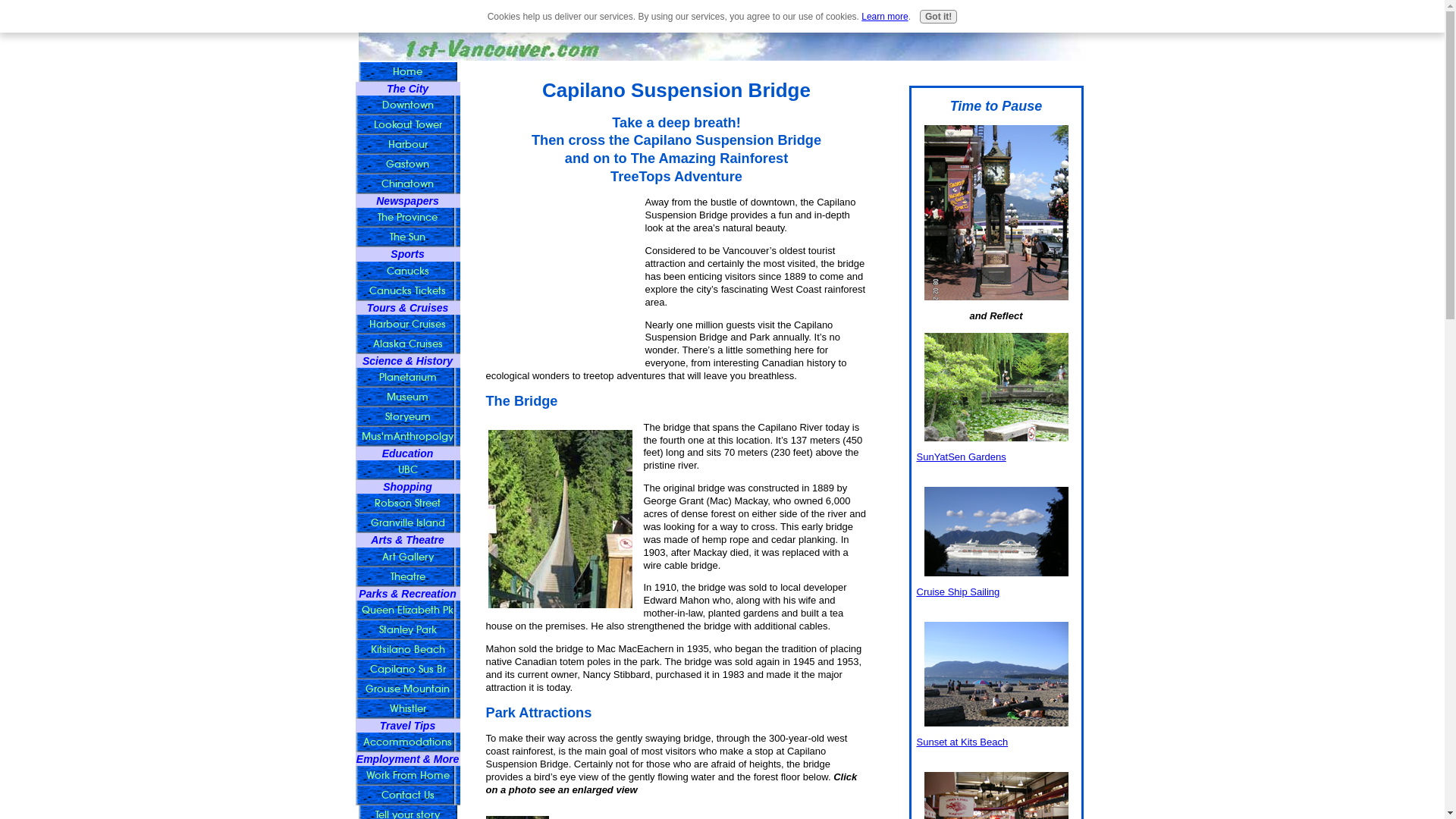  What do you see at coordinates (353, 522) in the screenshot?
I see `'Granville Island'` at bounding box center [353, 522].